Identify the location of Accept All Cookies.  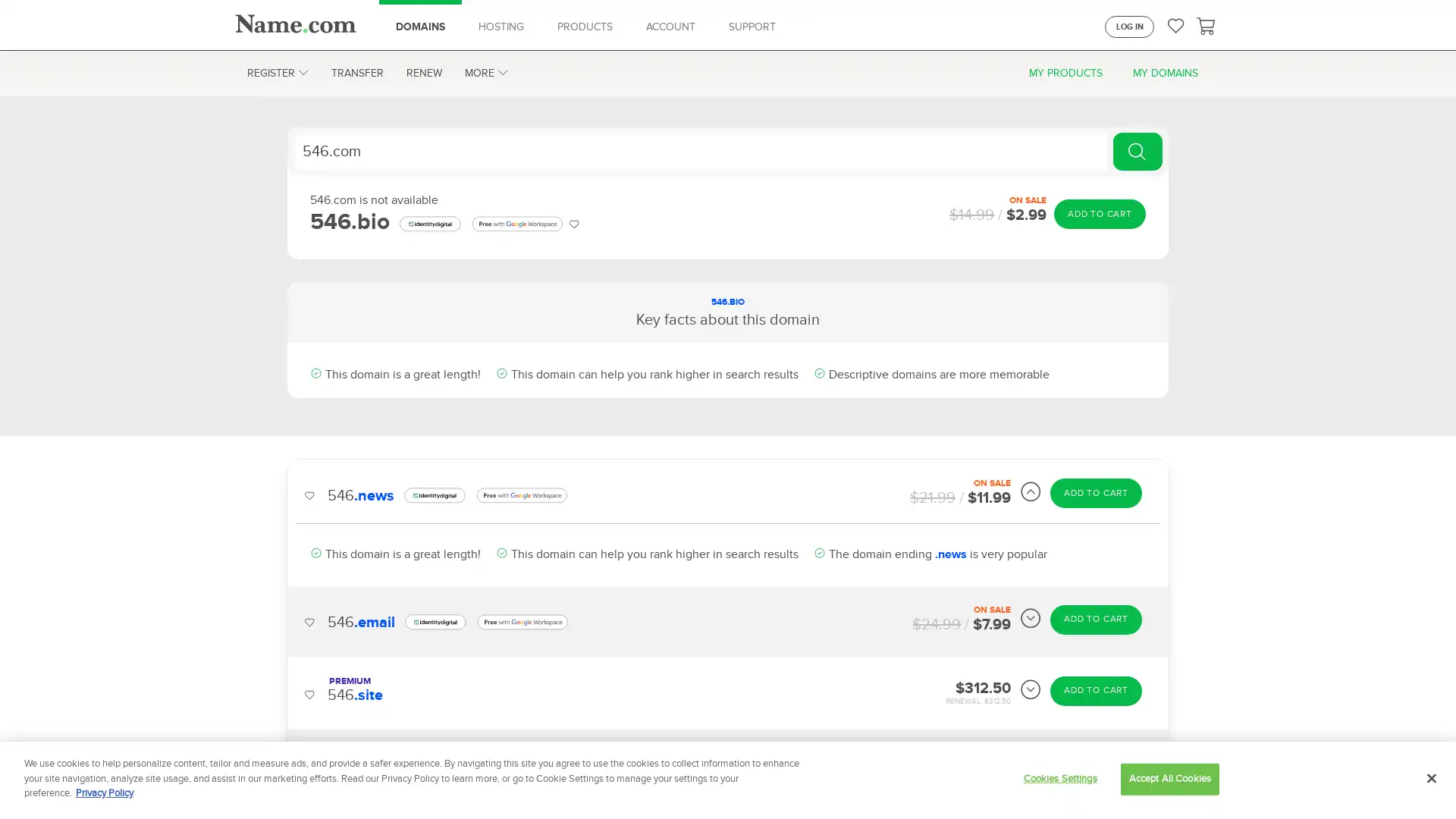
(1169, 778).